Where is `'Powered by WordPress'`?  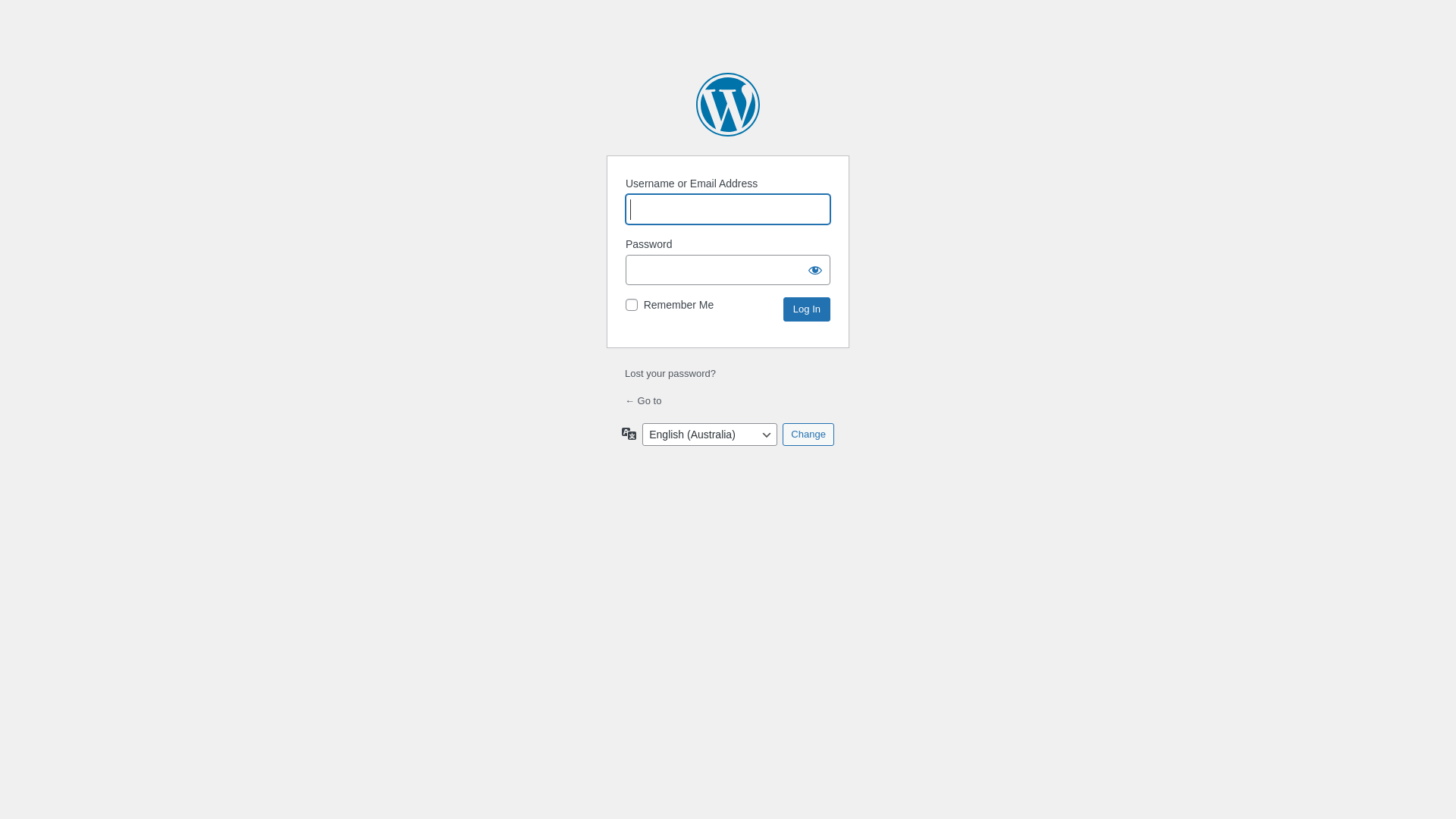 'Powered by WordPress' is located at coordinates (695, 104).